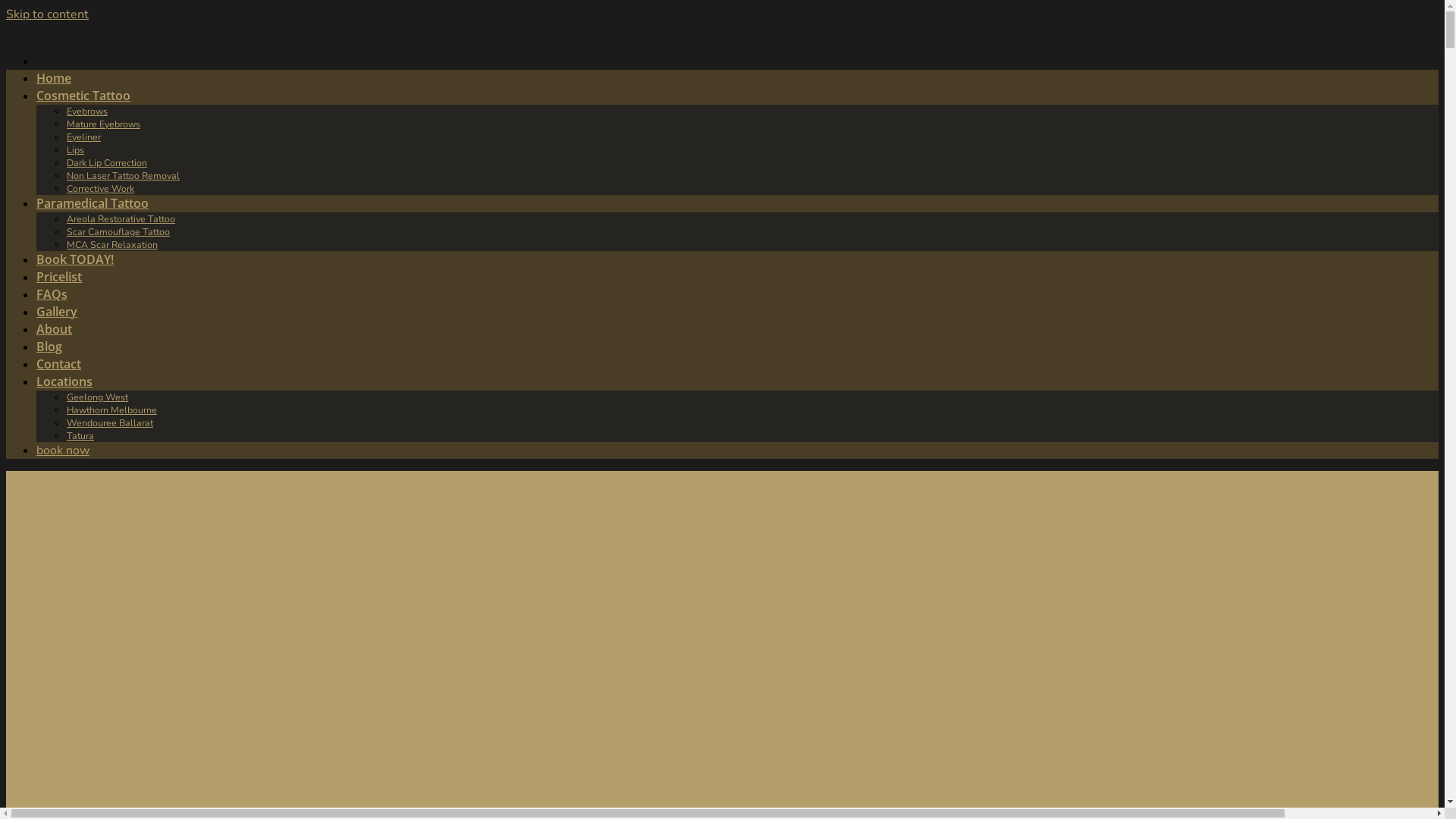  I want to click on 'Cosmetic Tattoo', so click(83, 96).